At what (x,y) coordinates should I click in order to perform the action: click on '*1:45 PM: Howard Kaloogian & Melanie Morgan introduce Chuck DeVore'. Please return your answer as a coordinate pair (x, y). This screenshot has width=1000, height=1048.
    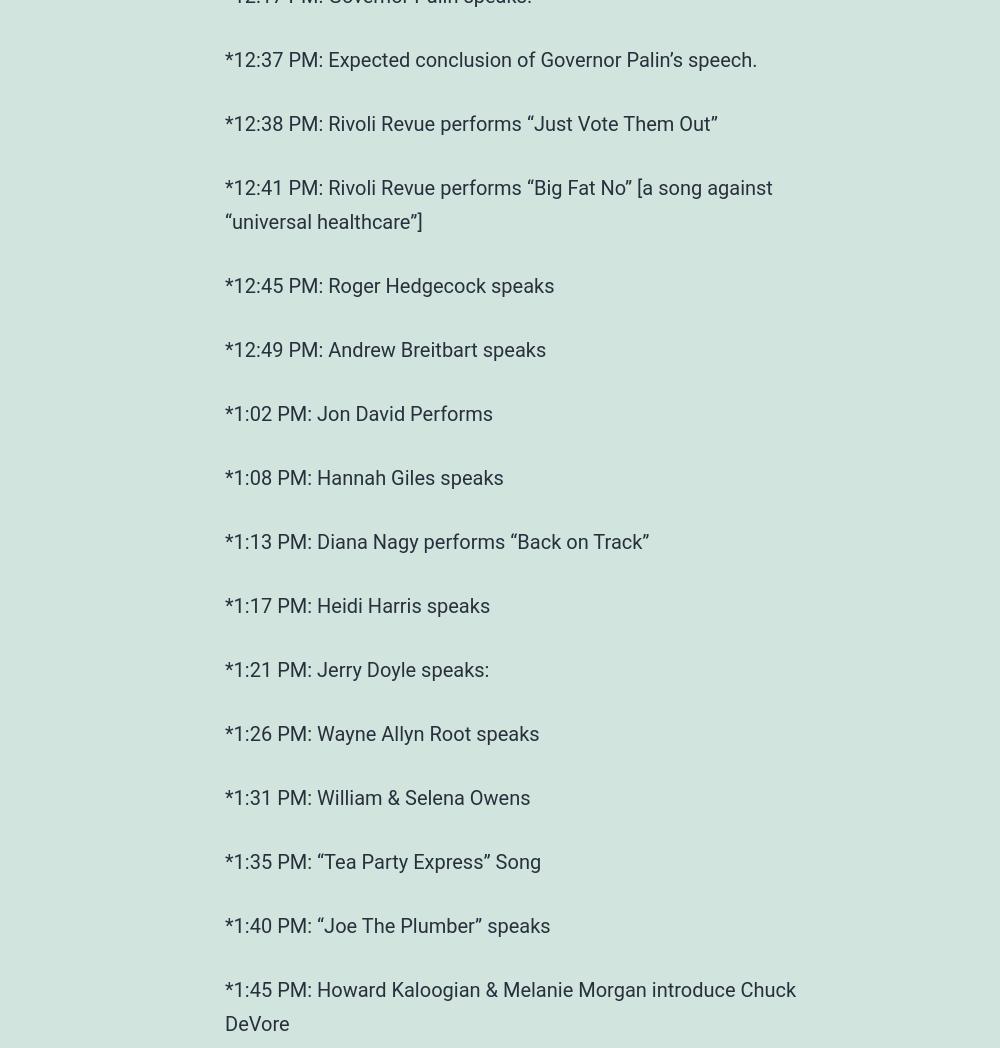
    Looking at the image, I should click on (224, 1005).